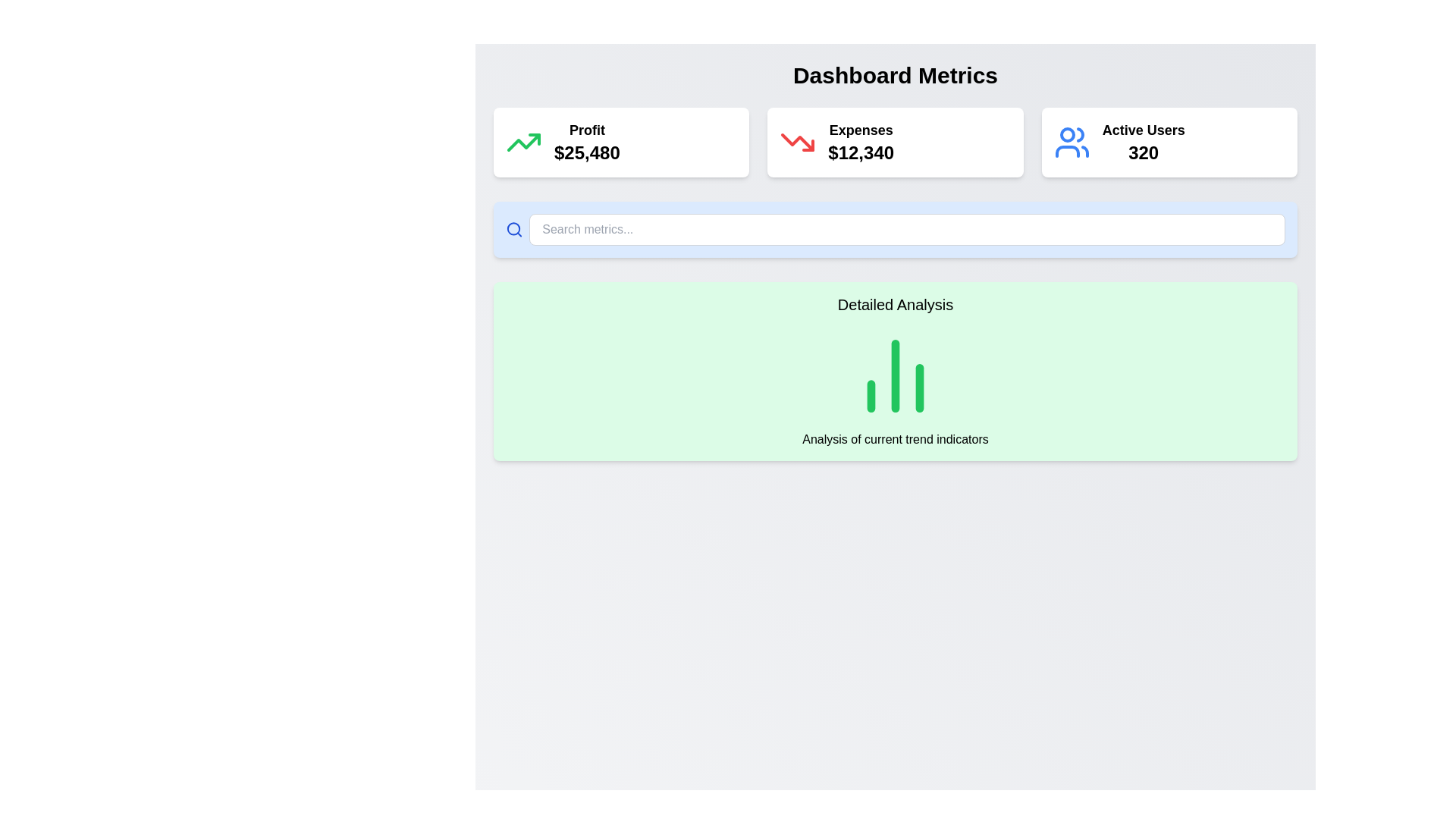 The width and height of the screenshot is (1456, 819). What do you see at coordinates (1066, 152) in the screenshot?
I see `the bottom curved component of the 'Active Users' icon in the top-right of the dashboard interface` at bounding box center [1066, 152].